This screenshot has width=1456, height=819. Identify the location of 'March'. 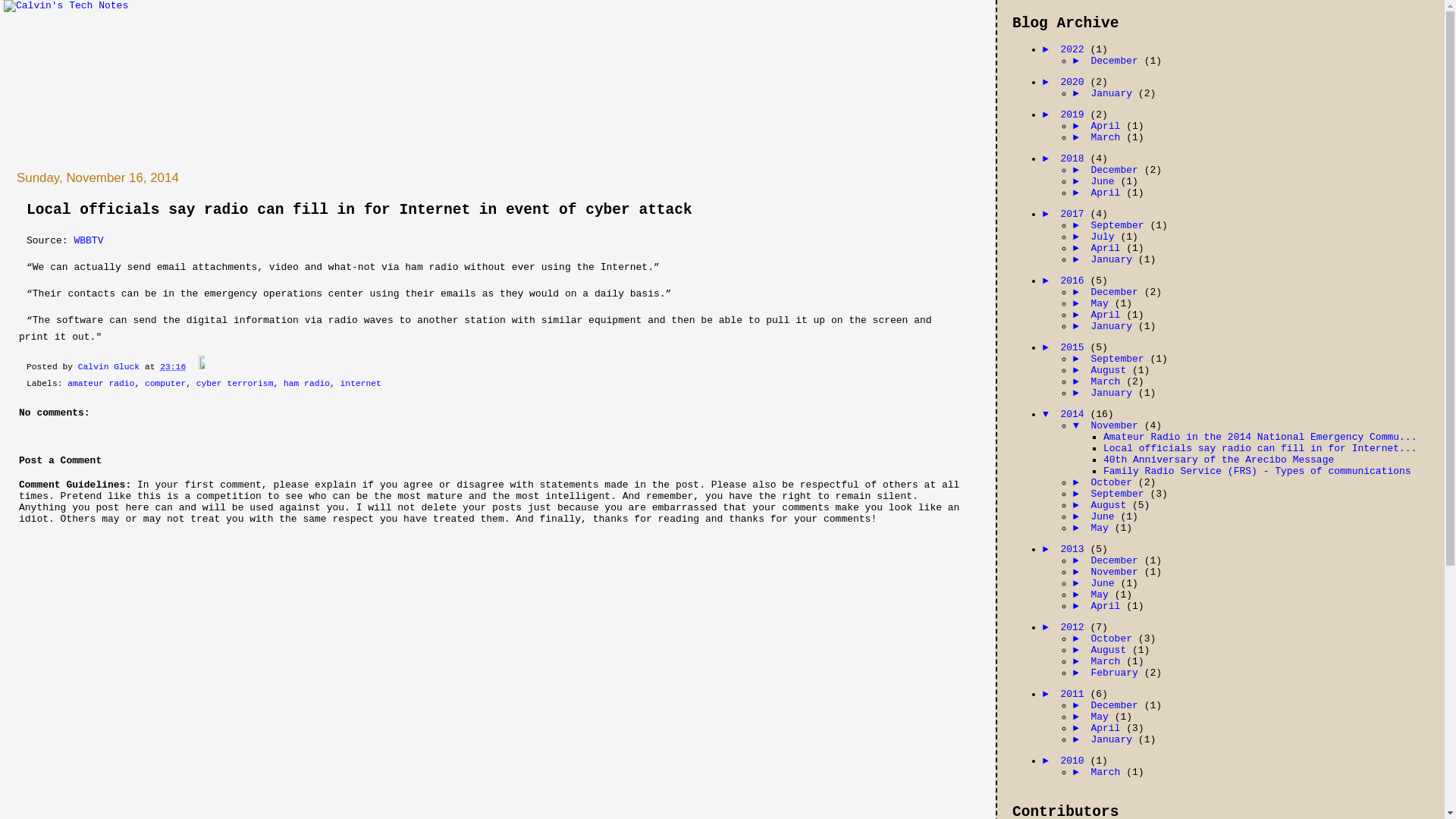
(1108, 381).